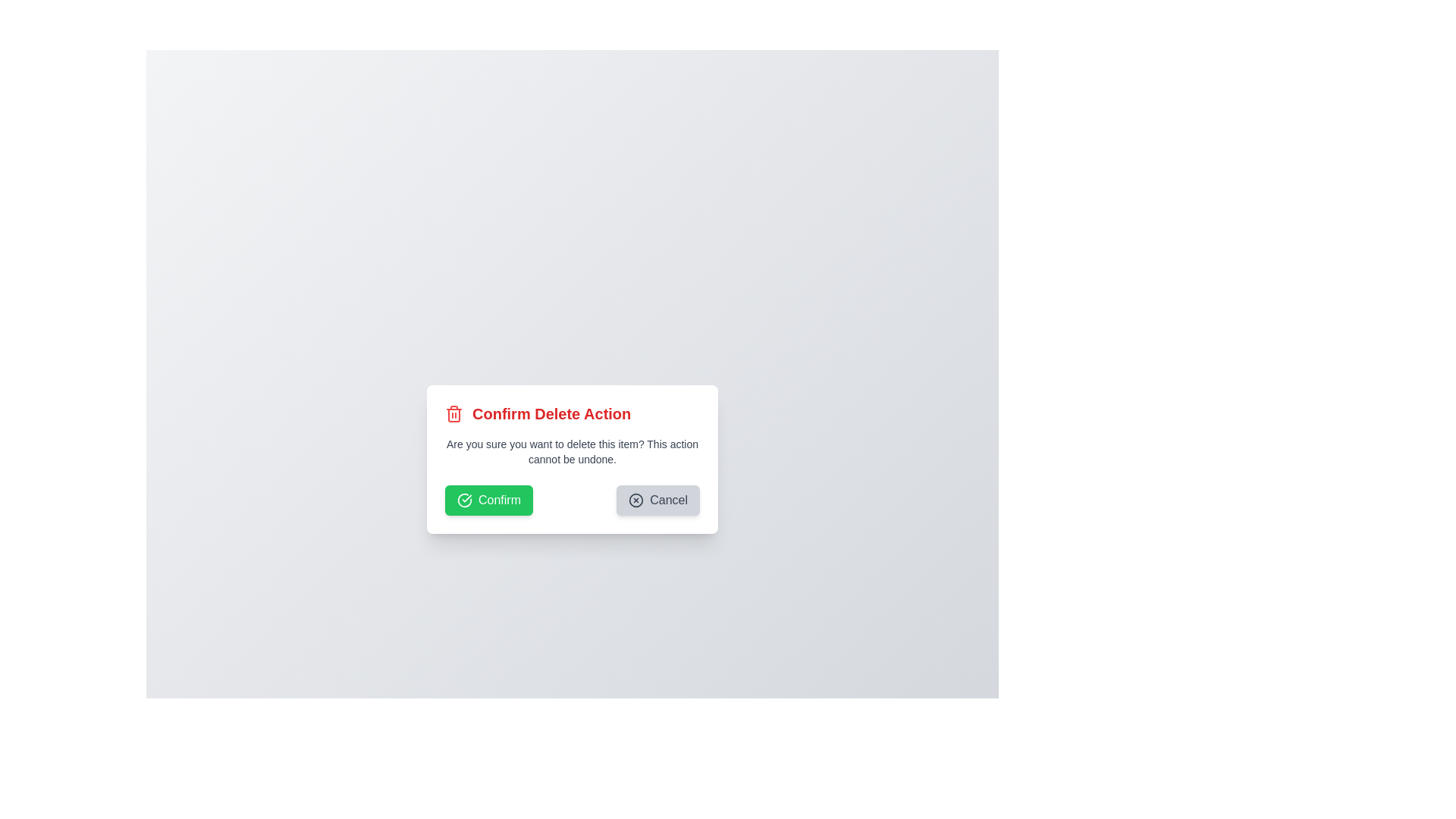 Image resolution: width=1456 pixels, height=819 pixels. What do you see at coordinates (453, 415) in the screenshot?
I see `the graphical icon component of the trash can, which visually represents the core body of the icon indicating deletion functionality in the delete confirmation dialog` at bounding box center [453, 415].